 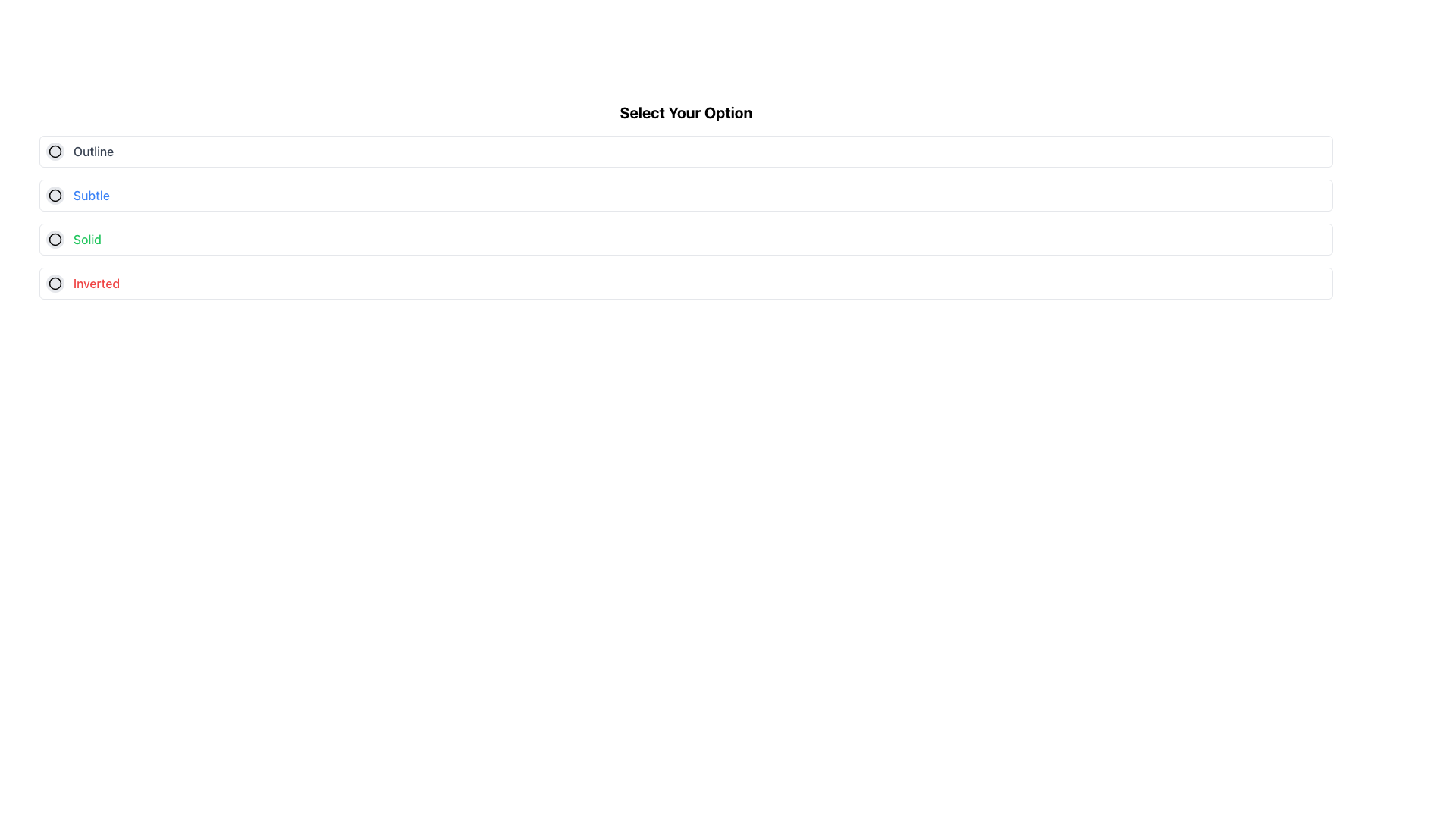 What do you see at coordinates (55, 239) in the screenshot?
I see `the SVG-based circle element that represents the 'Solid' option in the selection list` at bounding box center [55, 239].